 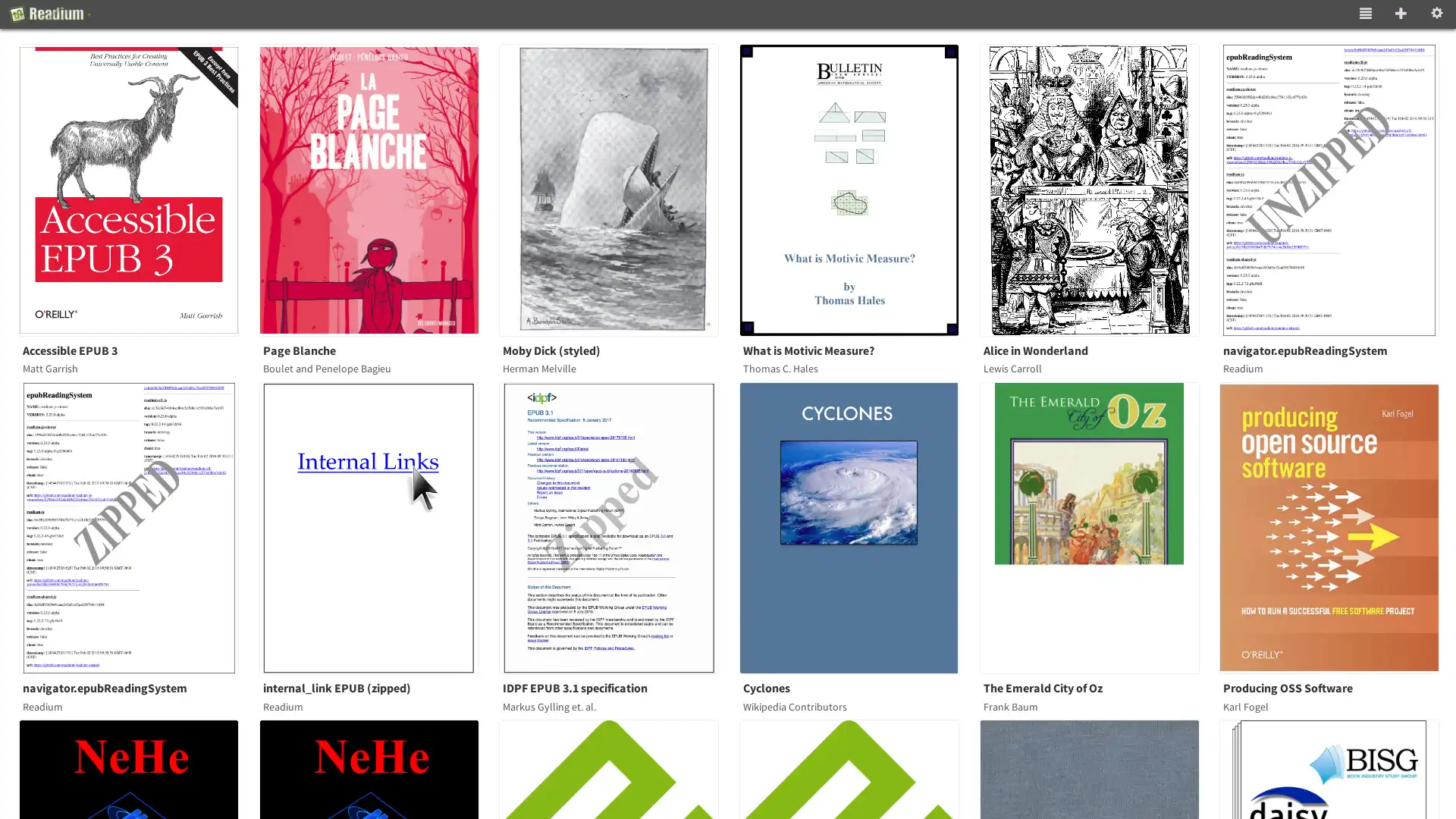 I want to click on (8) internal_link EPUB (zipped), so click(x=378, y=526).